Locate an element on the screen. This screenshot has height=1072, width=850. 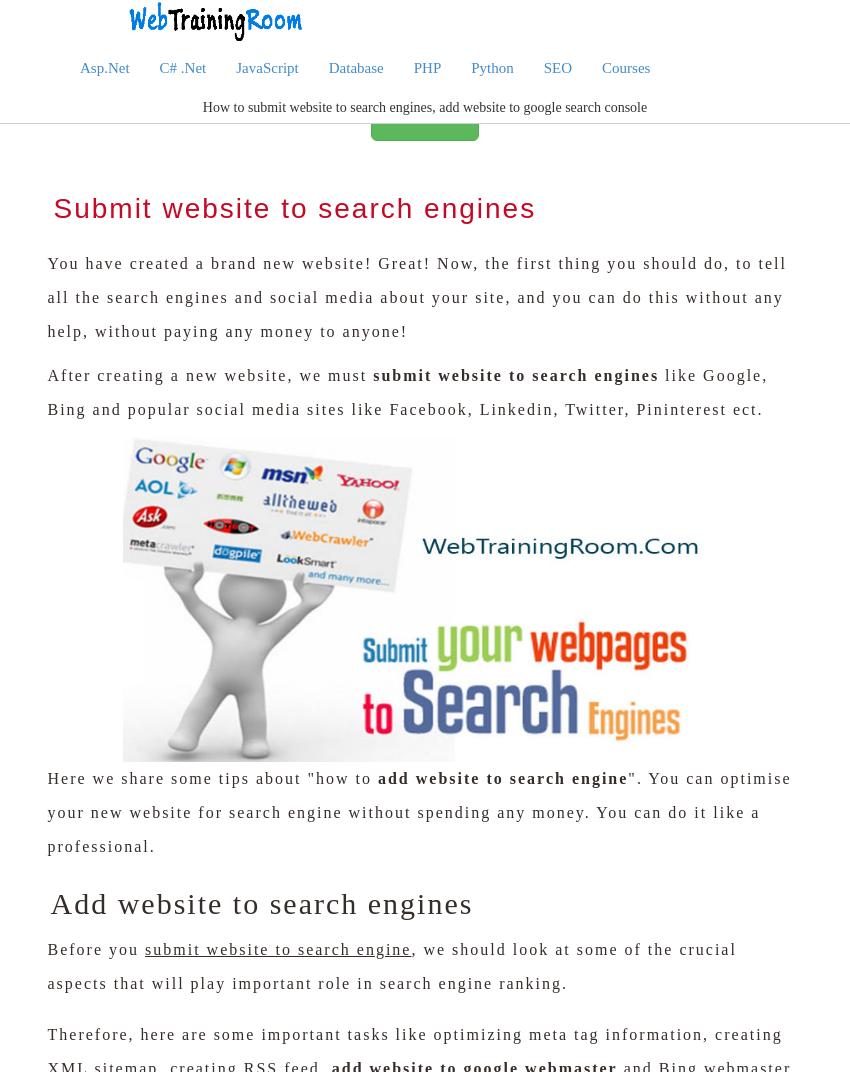
'submit website to search engines' is located at coordinates (515, 374).